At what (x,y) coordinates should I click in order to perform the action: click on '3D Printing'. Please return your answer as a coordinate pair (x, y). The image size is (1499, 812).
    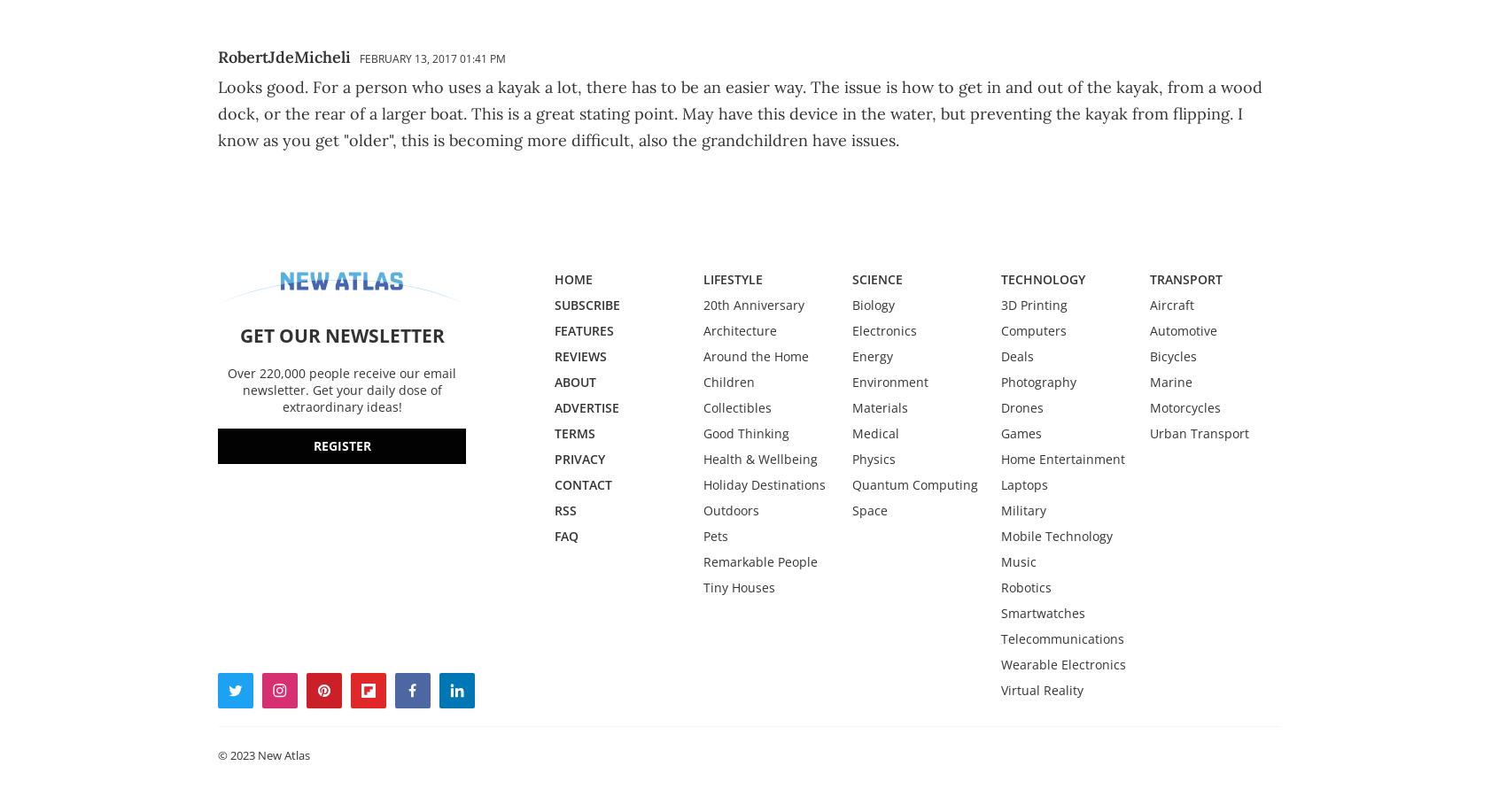
    Looking at the image, I should click on (1033, 304).